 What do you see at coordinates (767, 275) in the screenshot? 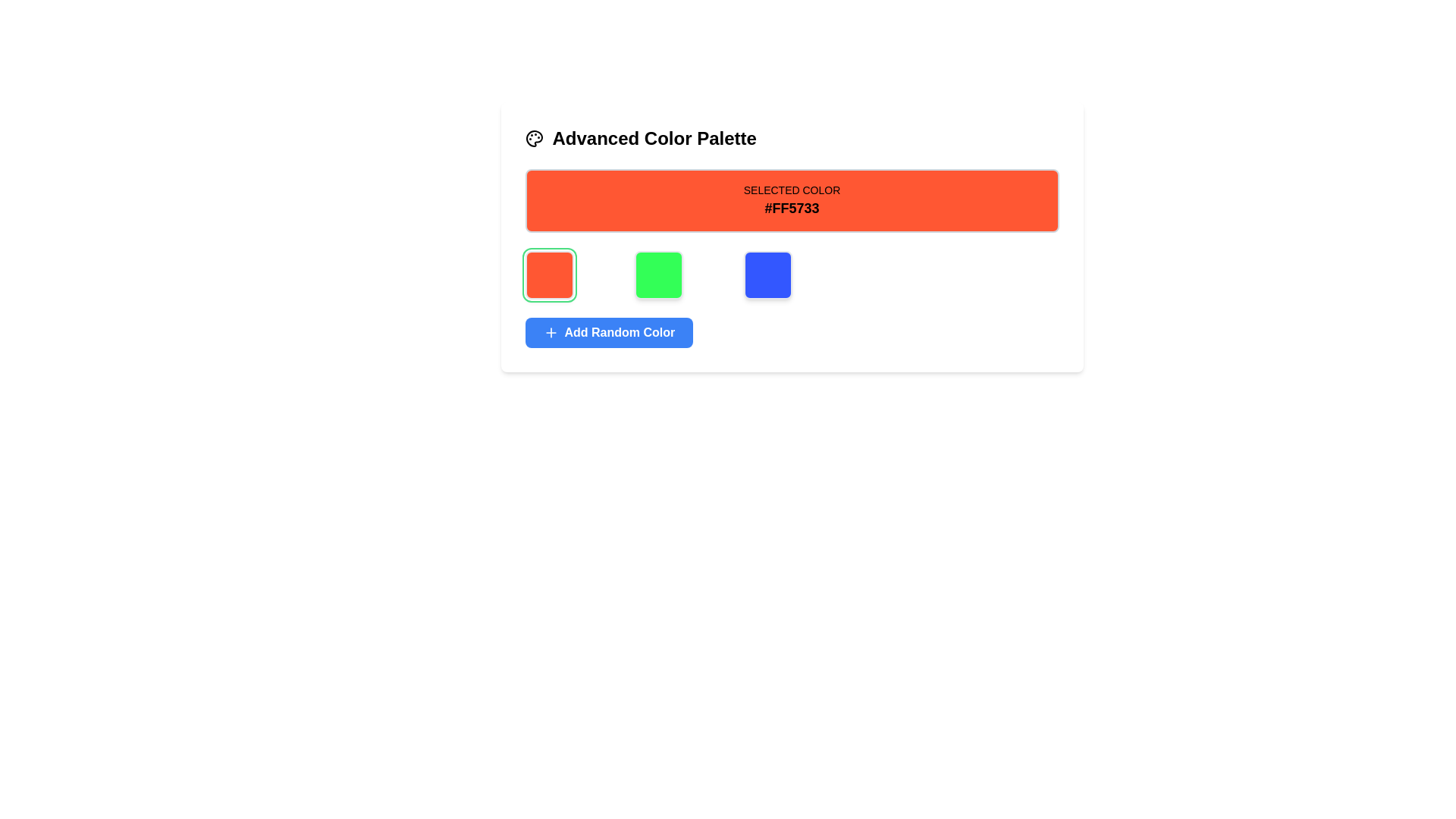
I see `the third color selection button in the grid, which is located to the right of the red and green buttons` at bounding box center [767, 275].